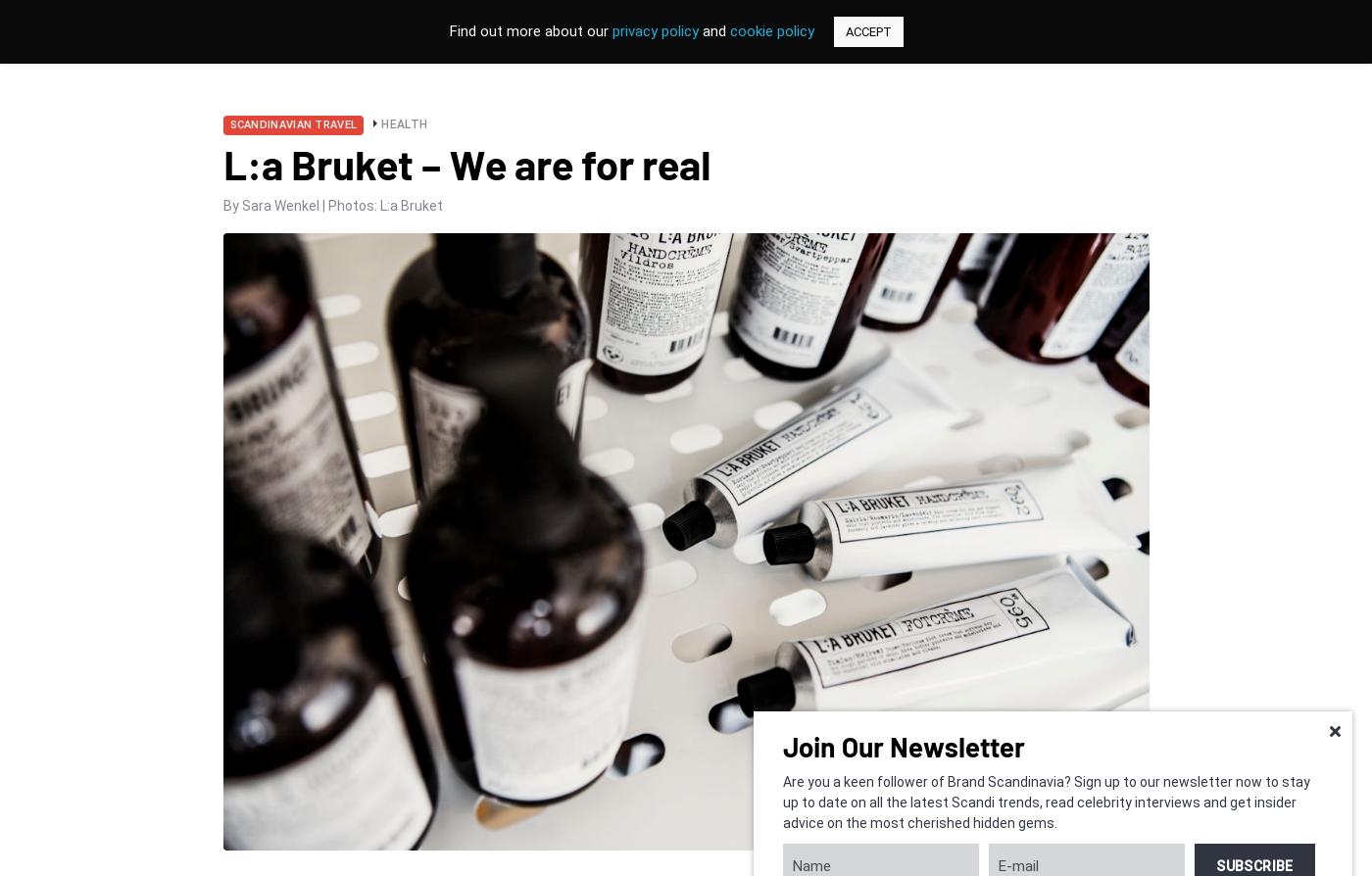  What do you see at coordinates (749, 49) in the screenshot?
I see `'Magazine'` at bounding box center [749, 49].